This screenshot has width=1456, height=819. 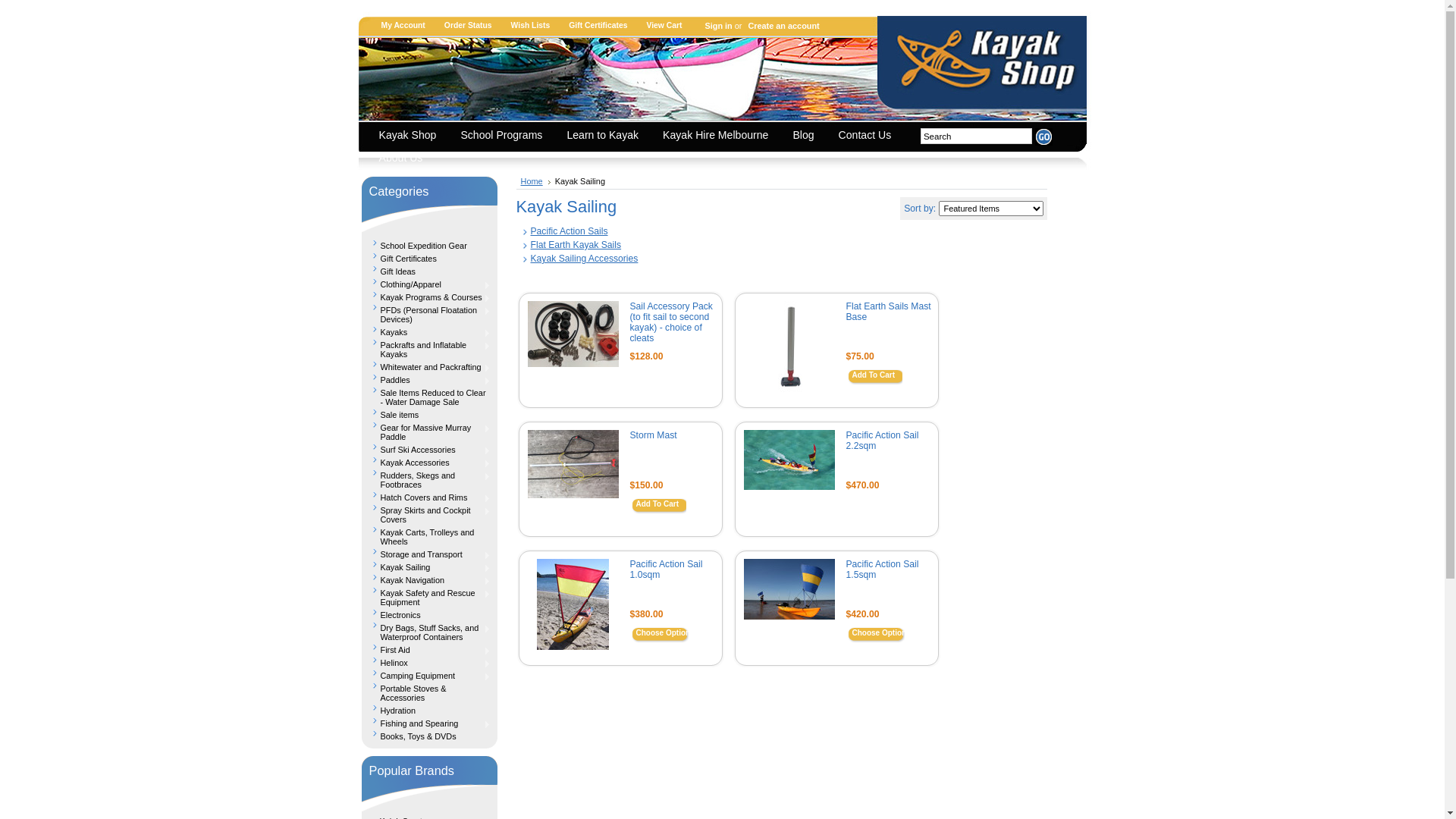 I want to click on 'School Expedition Gear', so click(x=428, y=243).